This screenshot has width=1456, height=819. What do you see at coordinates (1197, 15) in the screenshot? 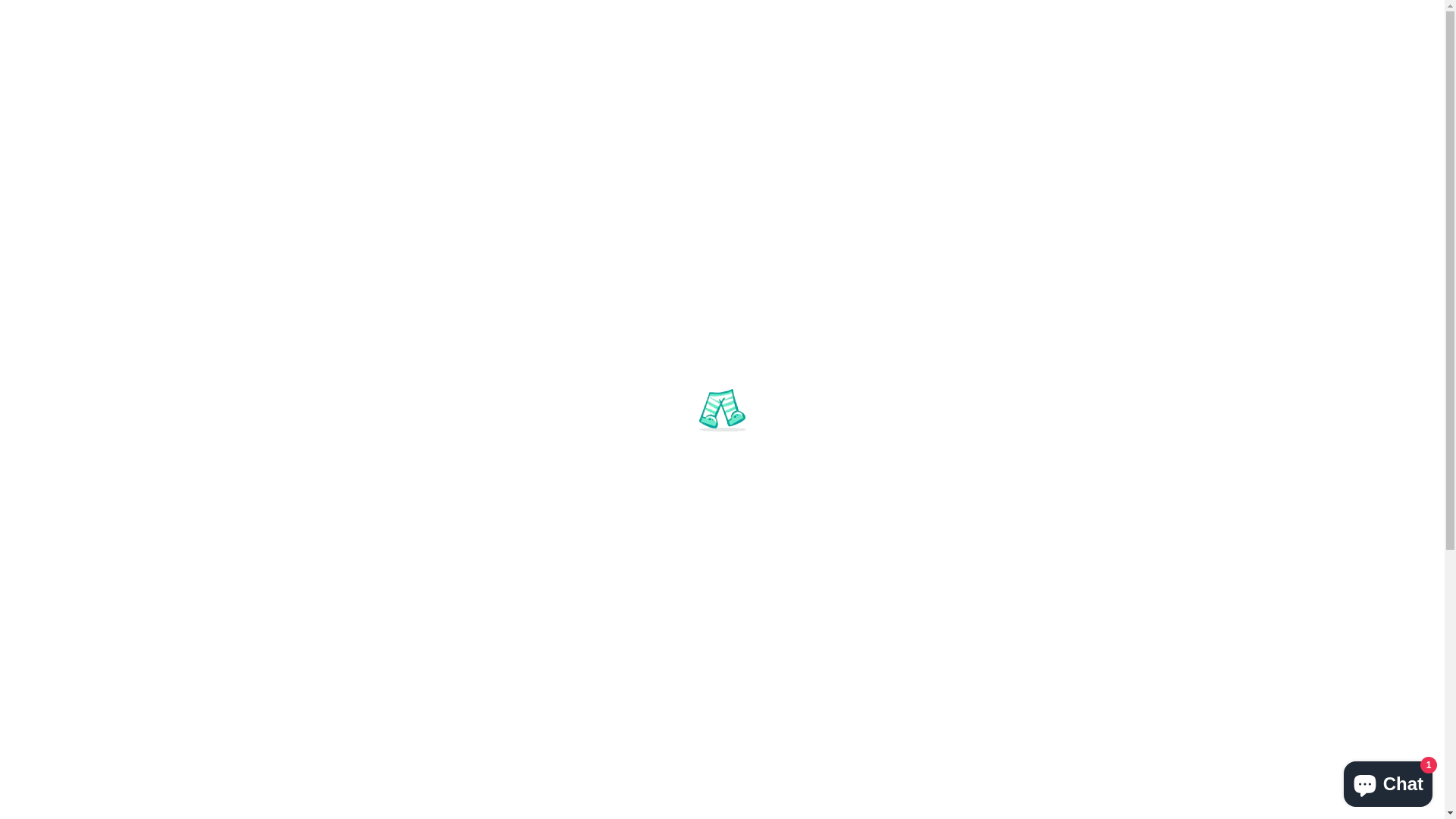
I see `'CREATE AN ACCOUNT'` at bounding box center [1197, 15].